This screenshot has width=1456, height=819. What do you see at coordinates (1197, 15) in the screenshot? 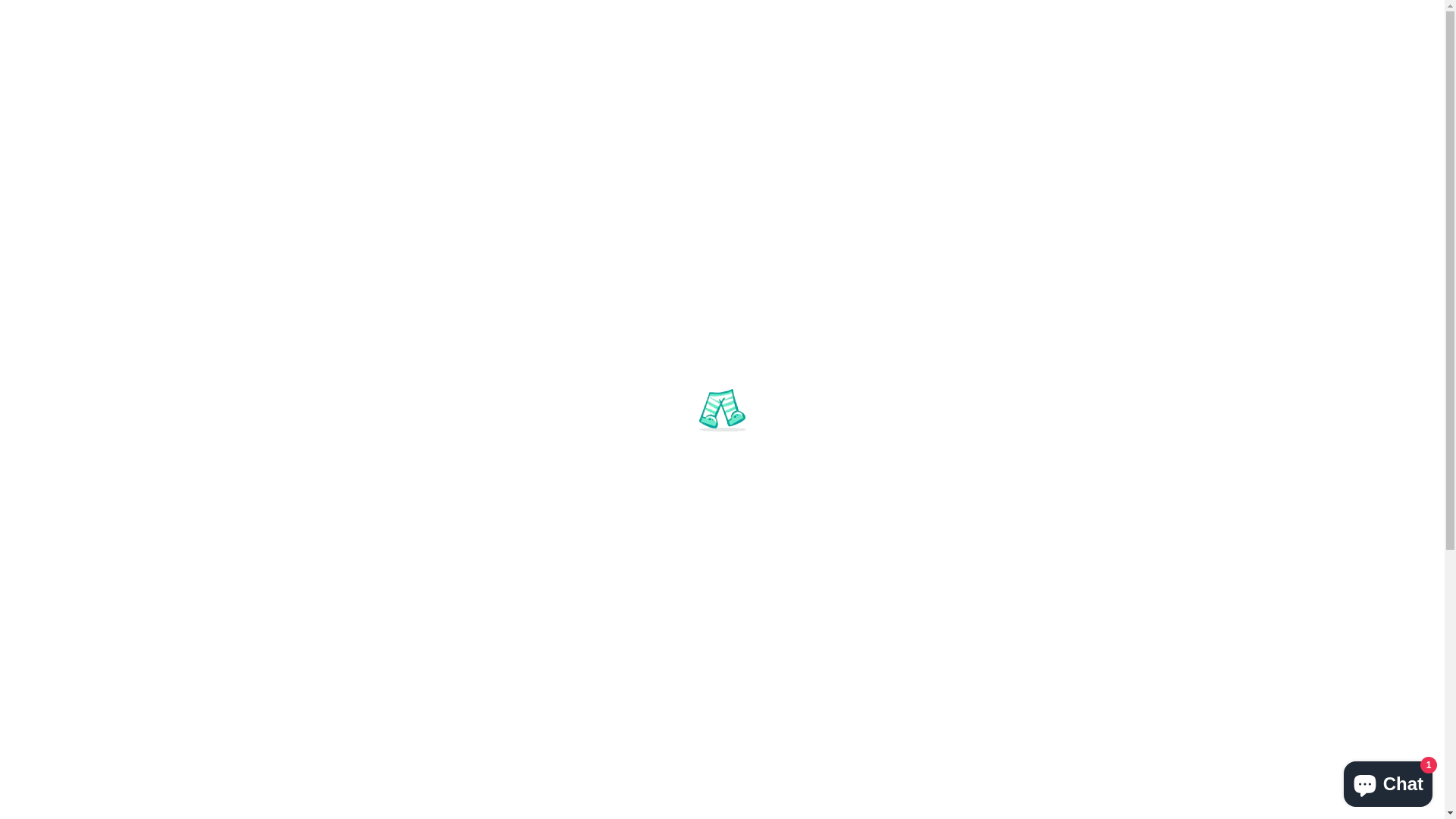
I see `'CREATE AN ACCOUNT'` at bounding box center [1197, 15].